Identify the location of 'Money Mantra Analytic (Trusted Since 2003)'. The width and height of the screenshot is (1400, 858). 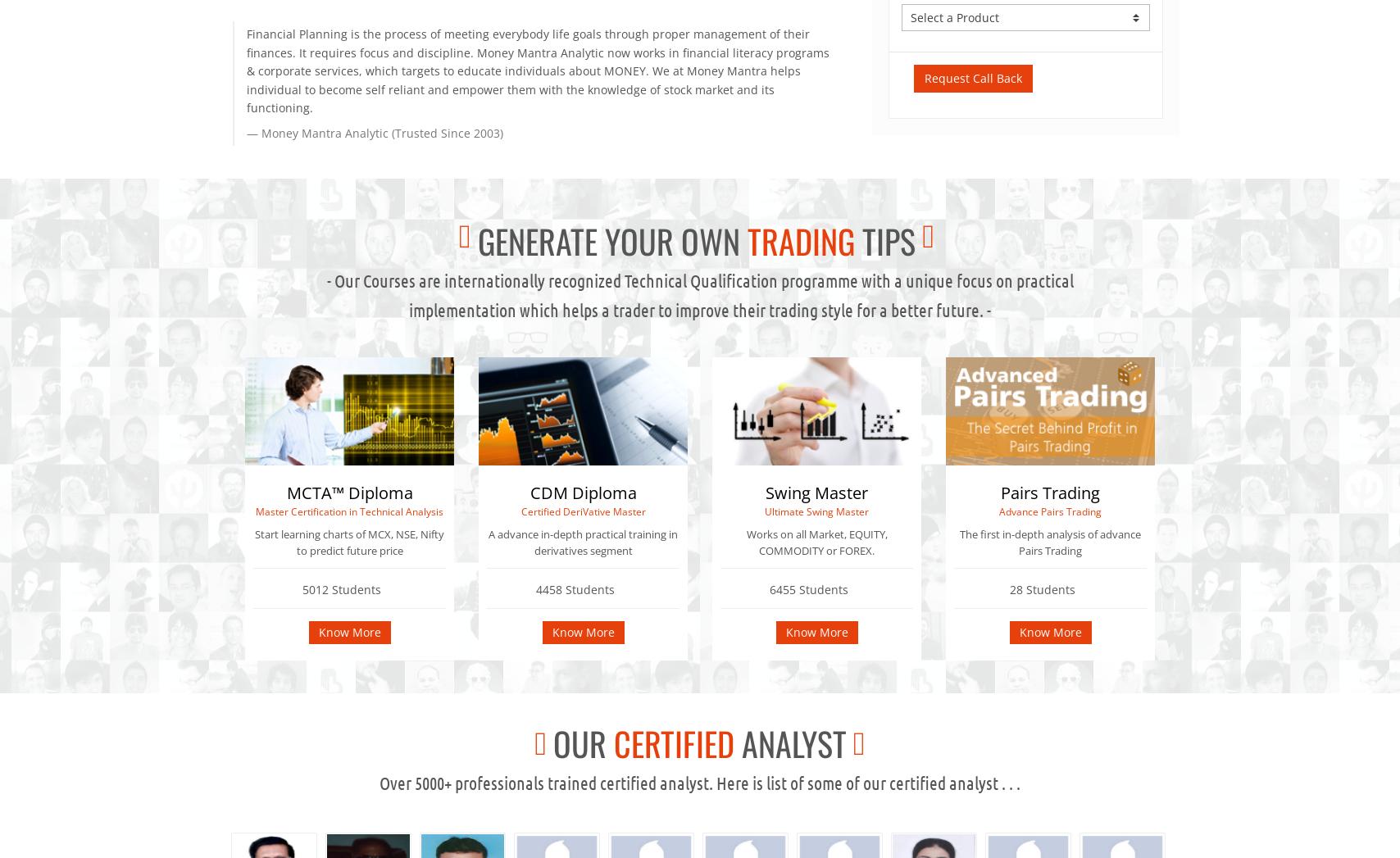
(382, 133).